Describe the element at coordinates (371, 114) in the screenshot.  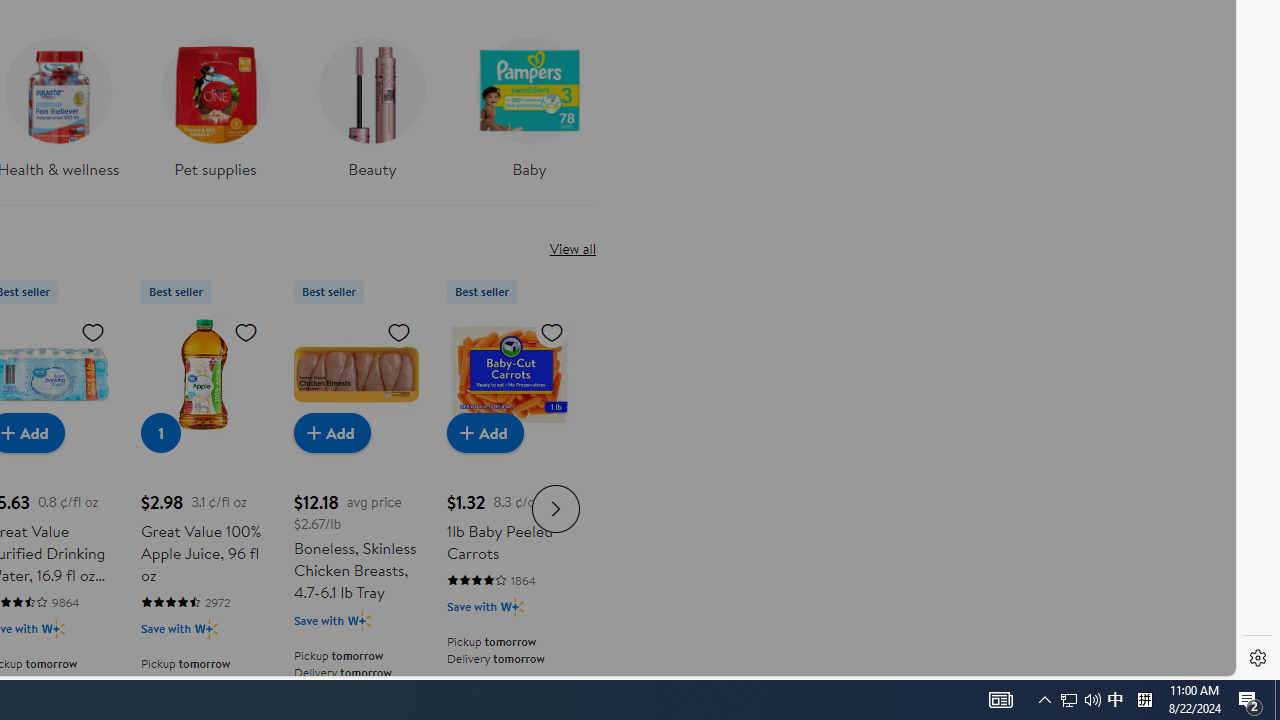
I see `'Beauty'` at that location.